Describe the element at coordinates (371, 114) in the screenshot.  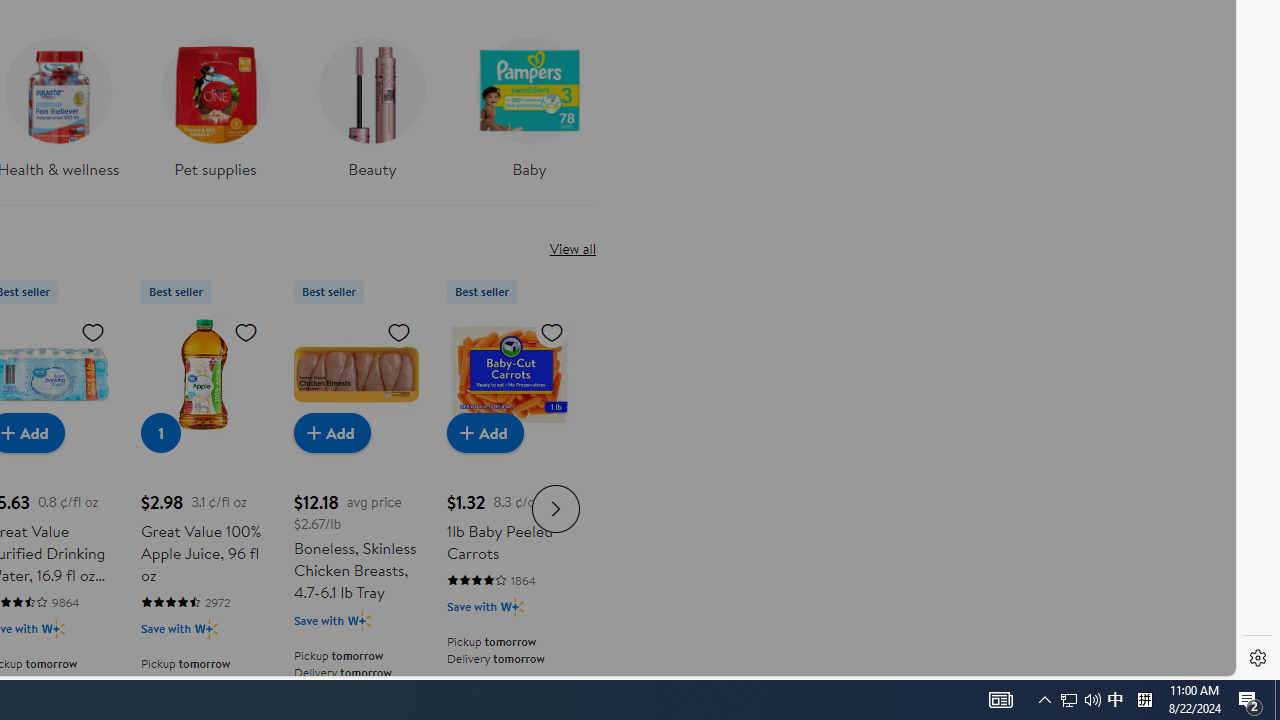
I see `'Beauty'` at that location.